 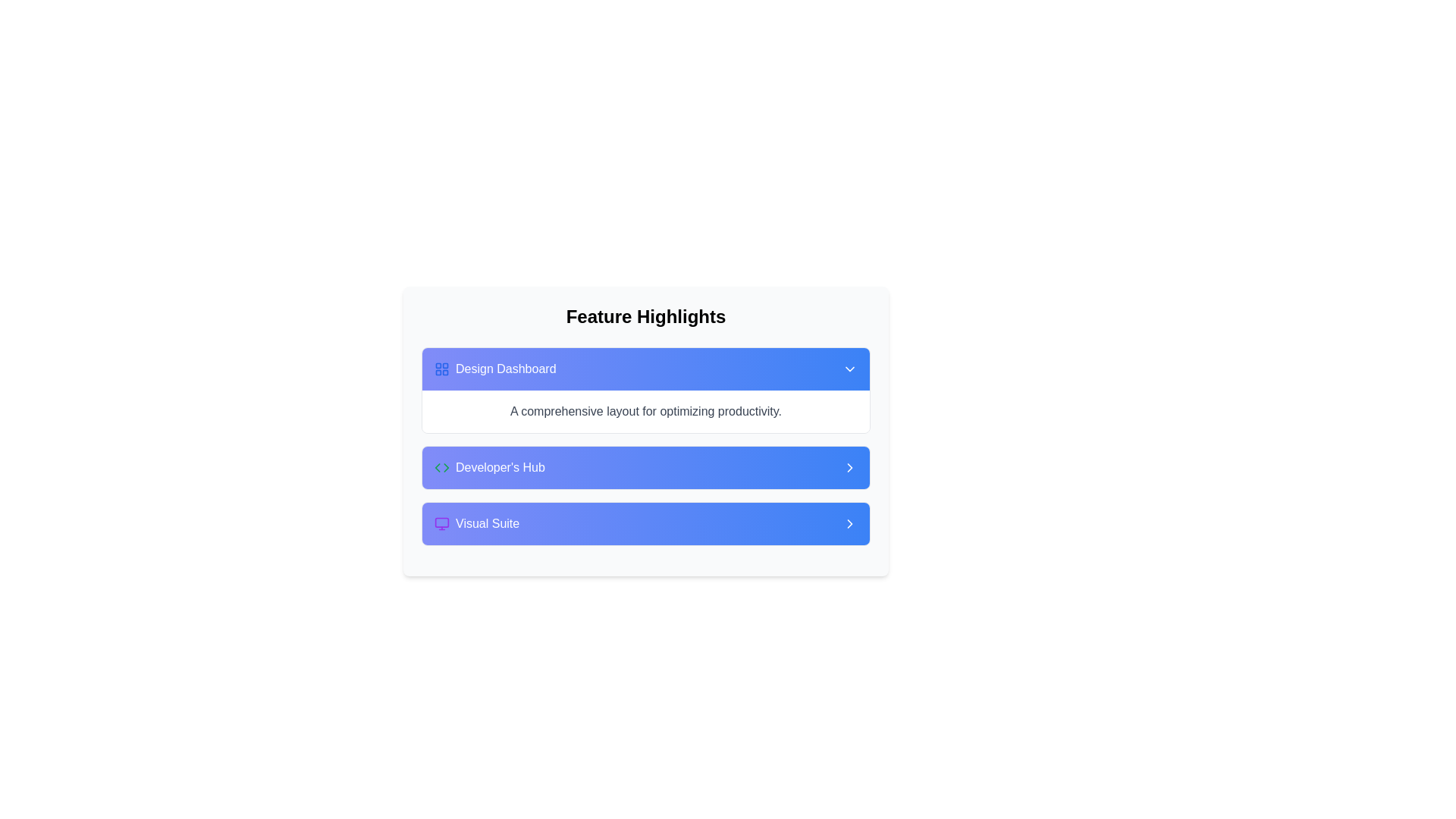 I want to click on the graphic element with a purple outline located inside the monitor icon next to 'Visual Suite' in the feature list, so click(x=441, y=522).